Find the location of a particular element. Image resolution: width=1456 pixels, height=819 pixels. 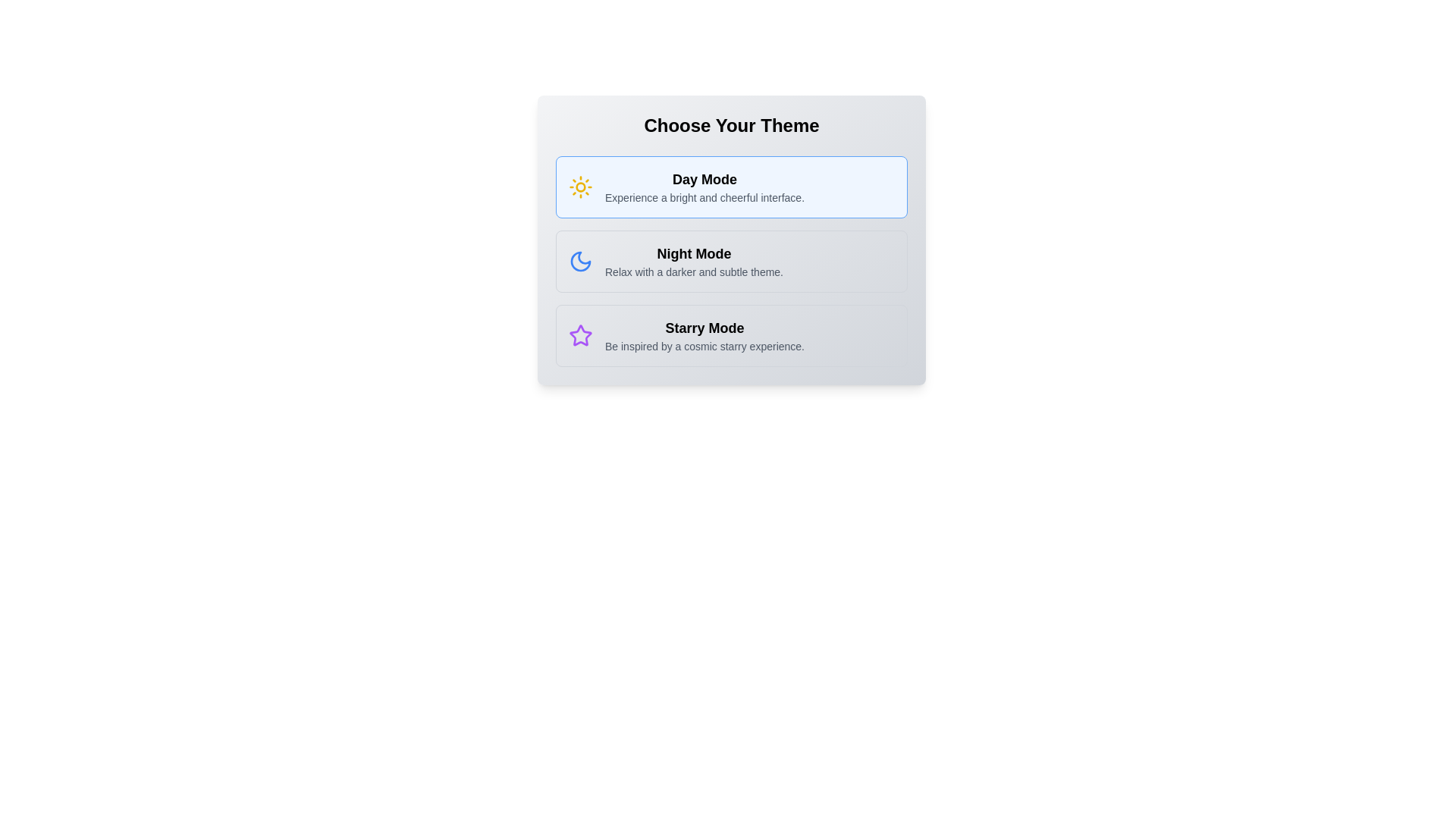

the 'Starry Mode' text block element is located at coordinates (704, 335).